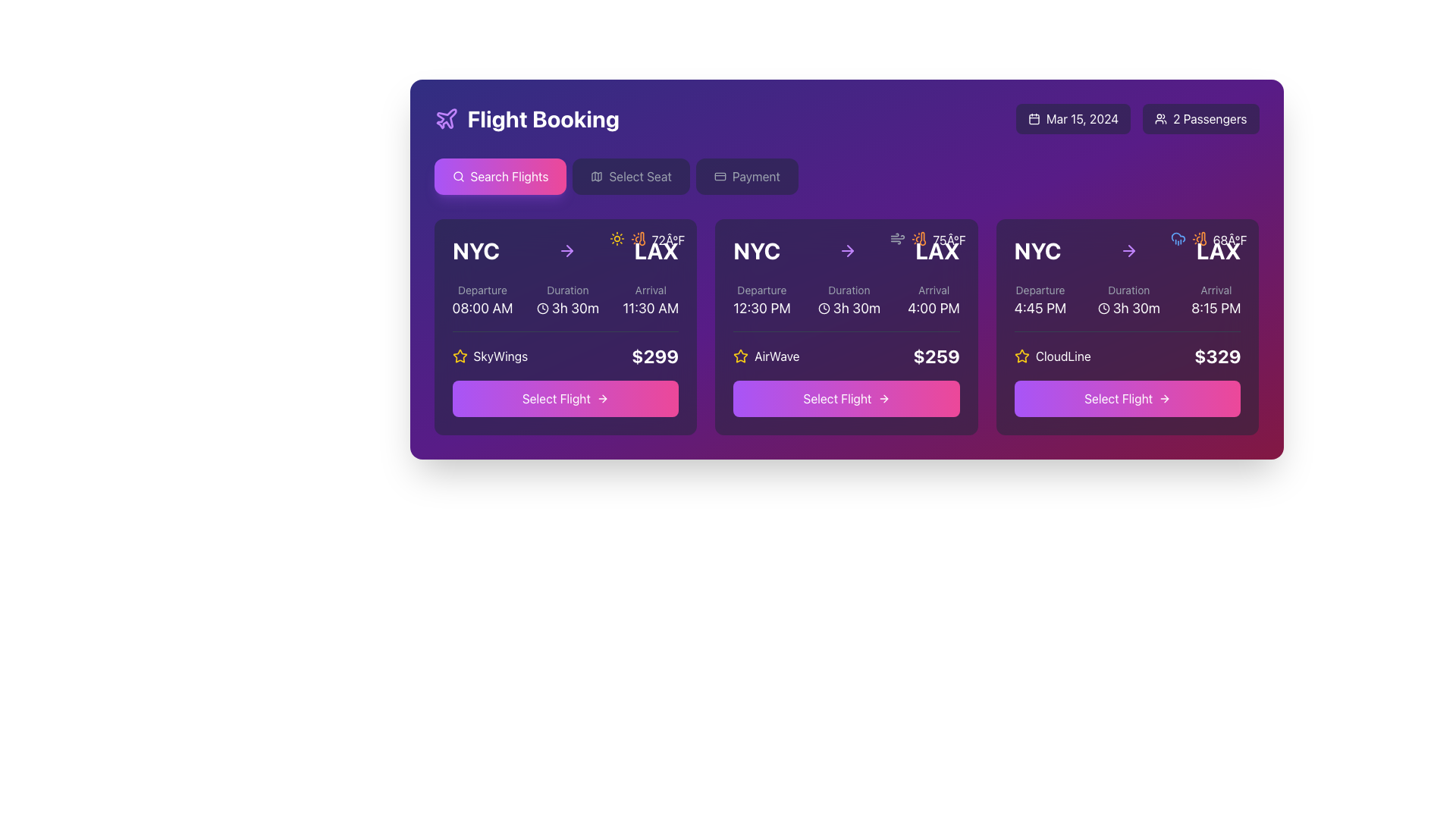 The width and height of the screenshot is (1456, 819). What do you see at coordinates (949, 239) in the screenshot?
I see `the temperature text element located on the right side of the middle card in the row of flight options, which is adjacent to a thermometer icon` at bounding box center [949, 239].